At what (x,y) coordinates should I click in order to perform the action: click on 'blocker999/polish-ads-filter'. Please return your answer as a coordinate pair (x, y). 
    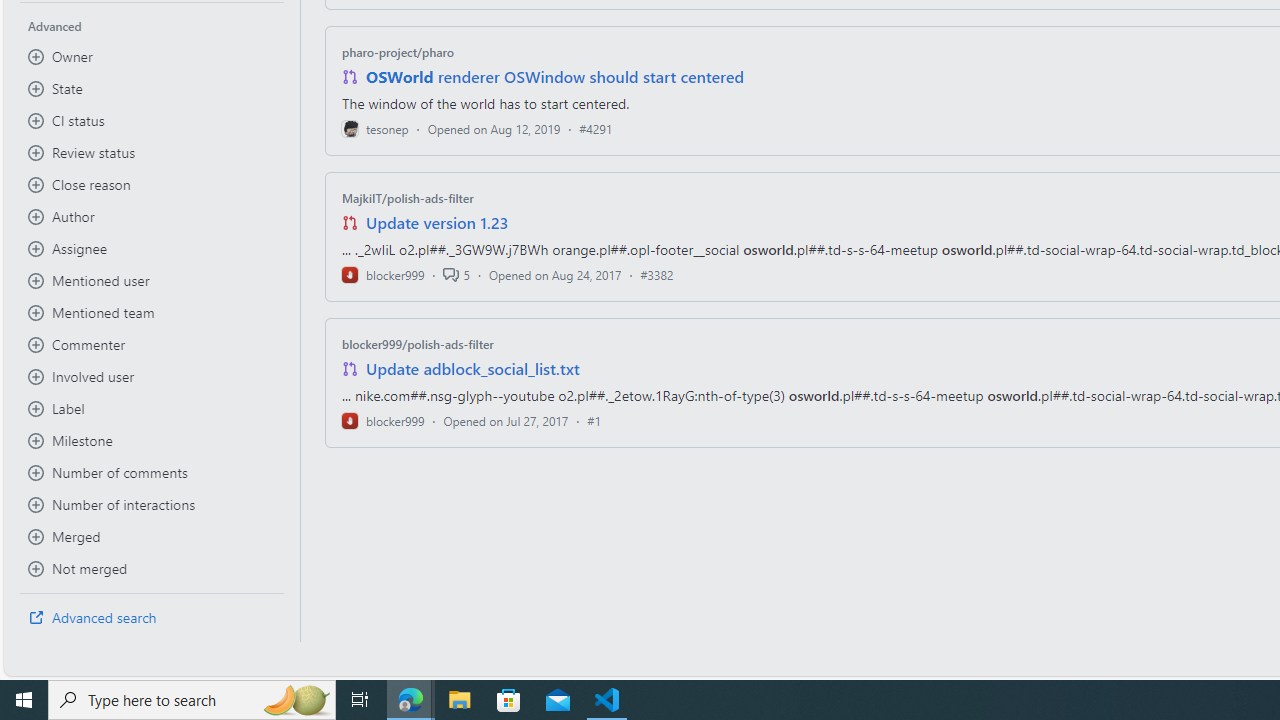
    Looking at the image, I should click on (416, 342).